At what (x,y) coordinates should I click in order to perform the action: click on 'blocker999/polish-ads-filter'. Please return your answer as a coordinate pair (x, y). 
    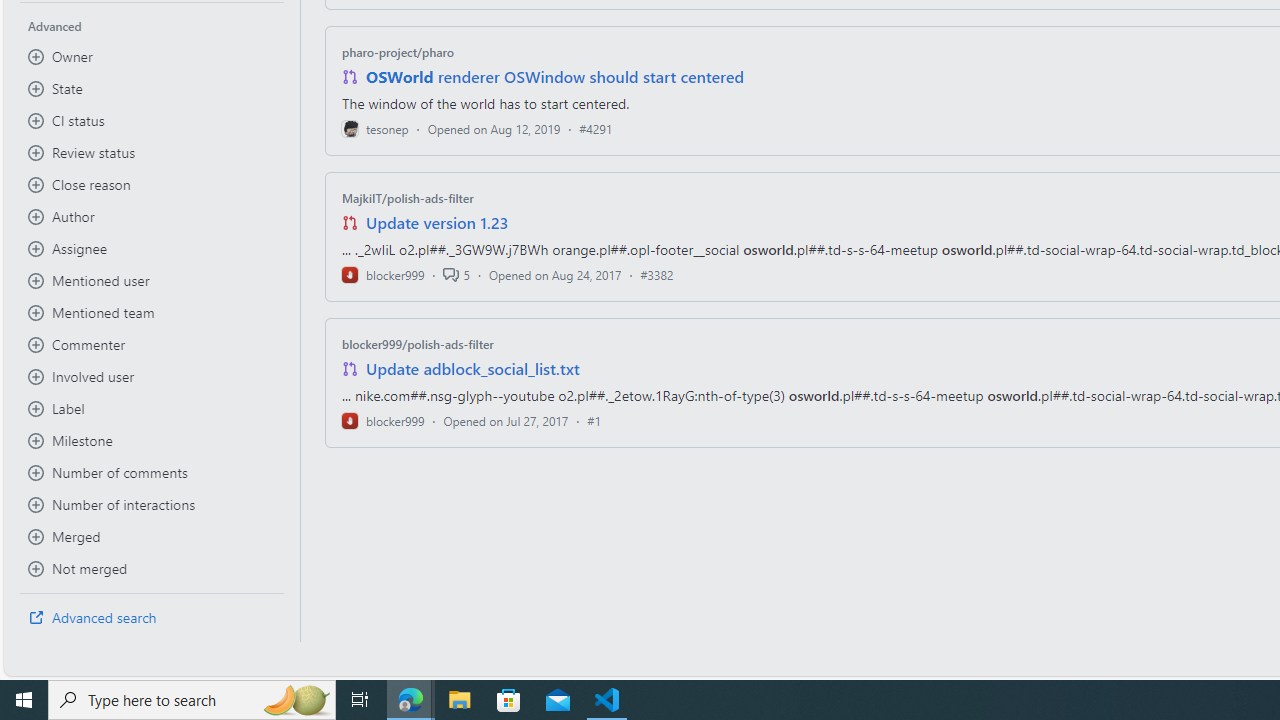
    Looking at the image, I should click on (416, 342).